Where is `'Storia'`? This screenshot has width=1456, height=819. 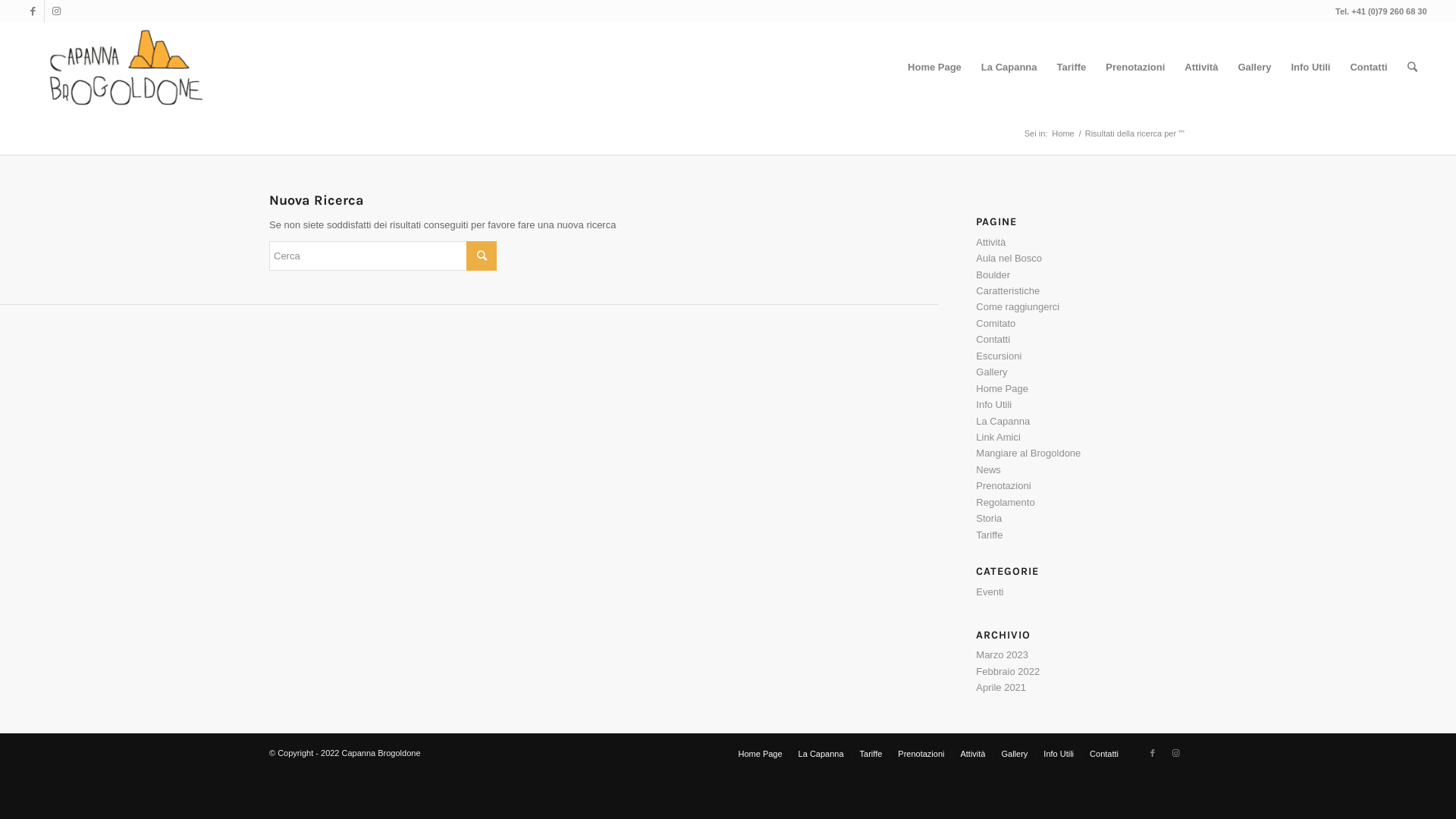 'Storia' is located at coordinates (975, 517).